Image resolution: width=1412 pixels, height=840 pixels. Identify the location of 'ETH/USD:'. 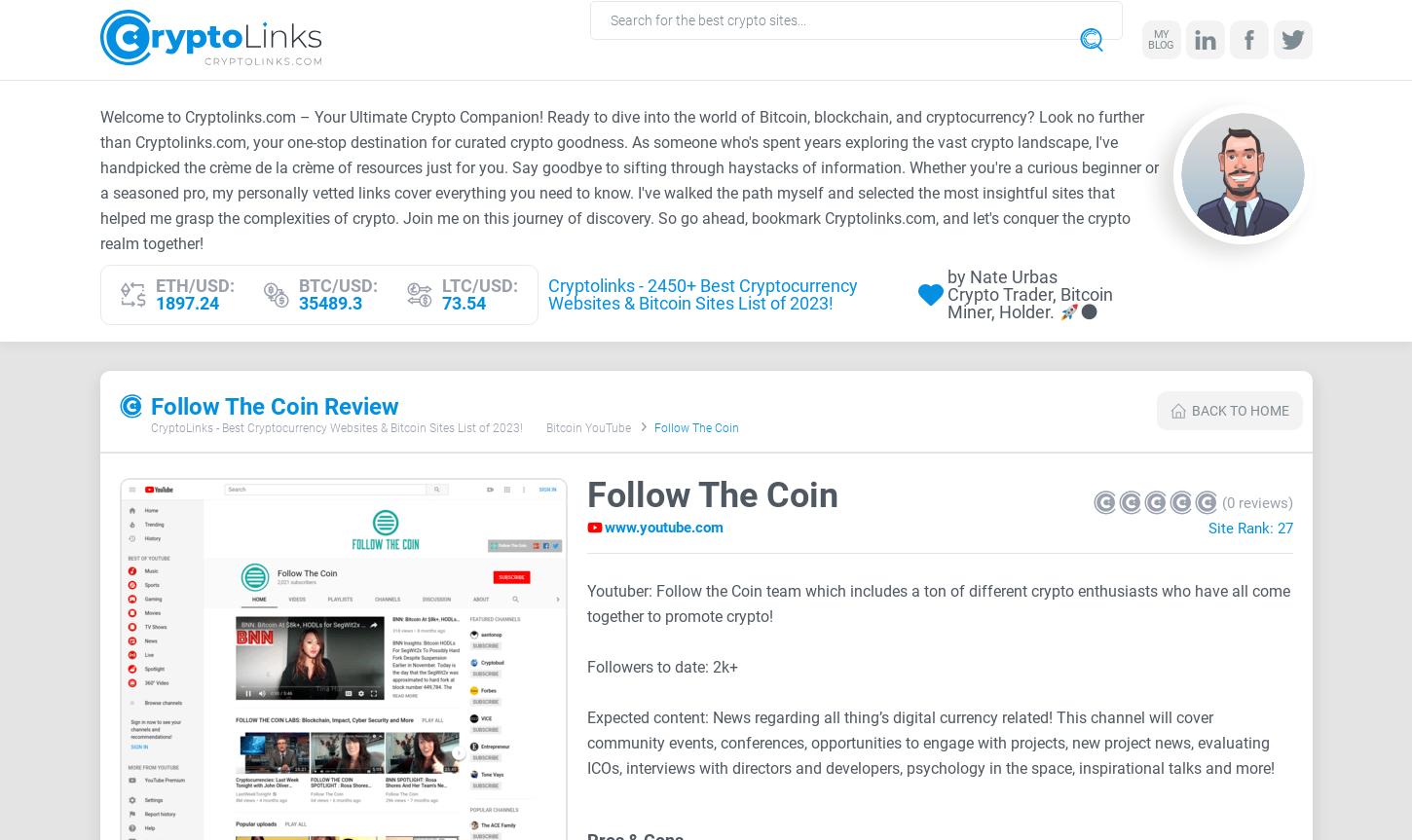
(193, 283).